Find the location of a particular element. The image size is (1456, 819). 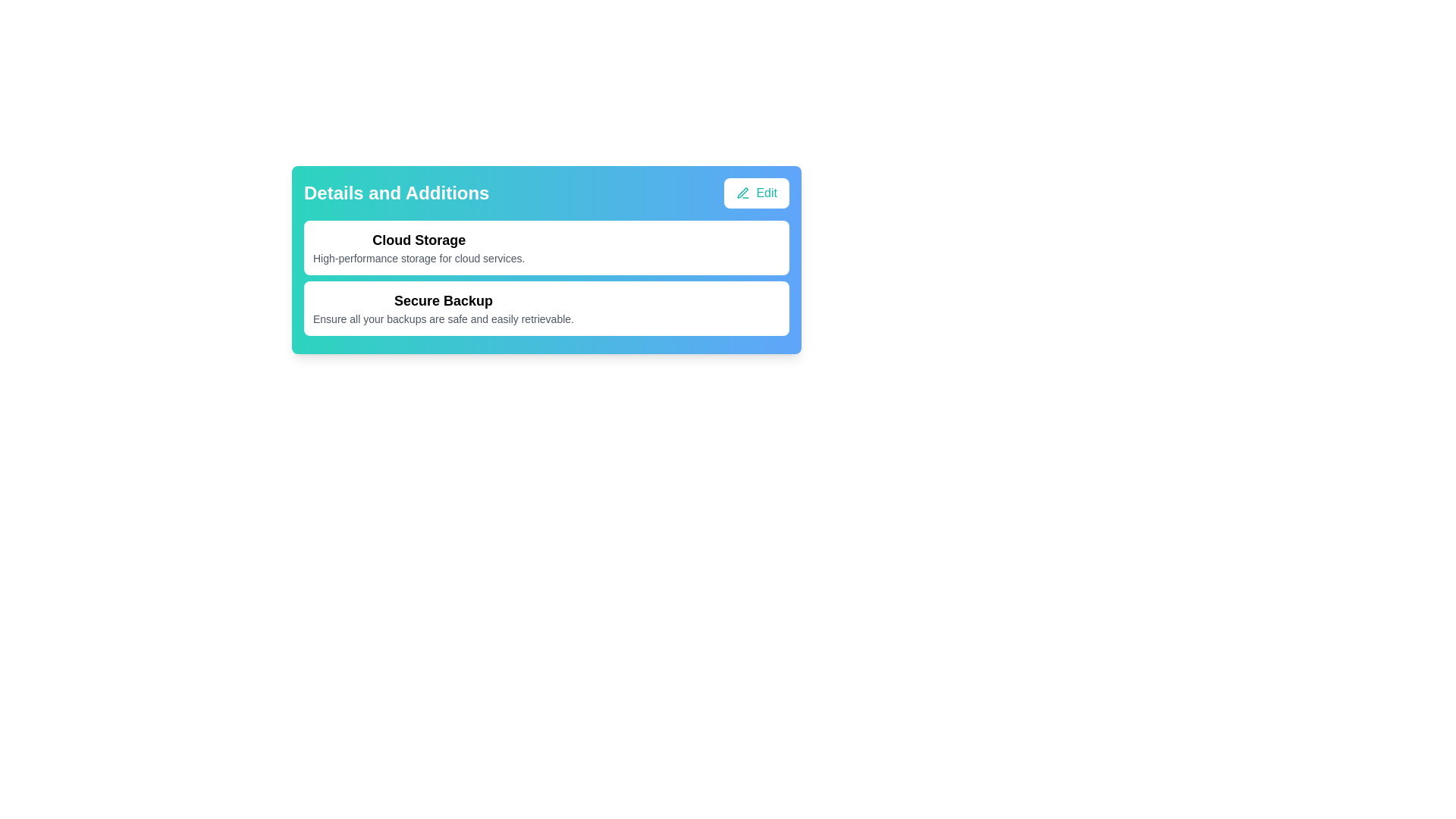

the text label reading 'High-performance storage for cloud services.' located directly below the 'Cloud Storage' heading is located at coordinates (419, 257).